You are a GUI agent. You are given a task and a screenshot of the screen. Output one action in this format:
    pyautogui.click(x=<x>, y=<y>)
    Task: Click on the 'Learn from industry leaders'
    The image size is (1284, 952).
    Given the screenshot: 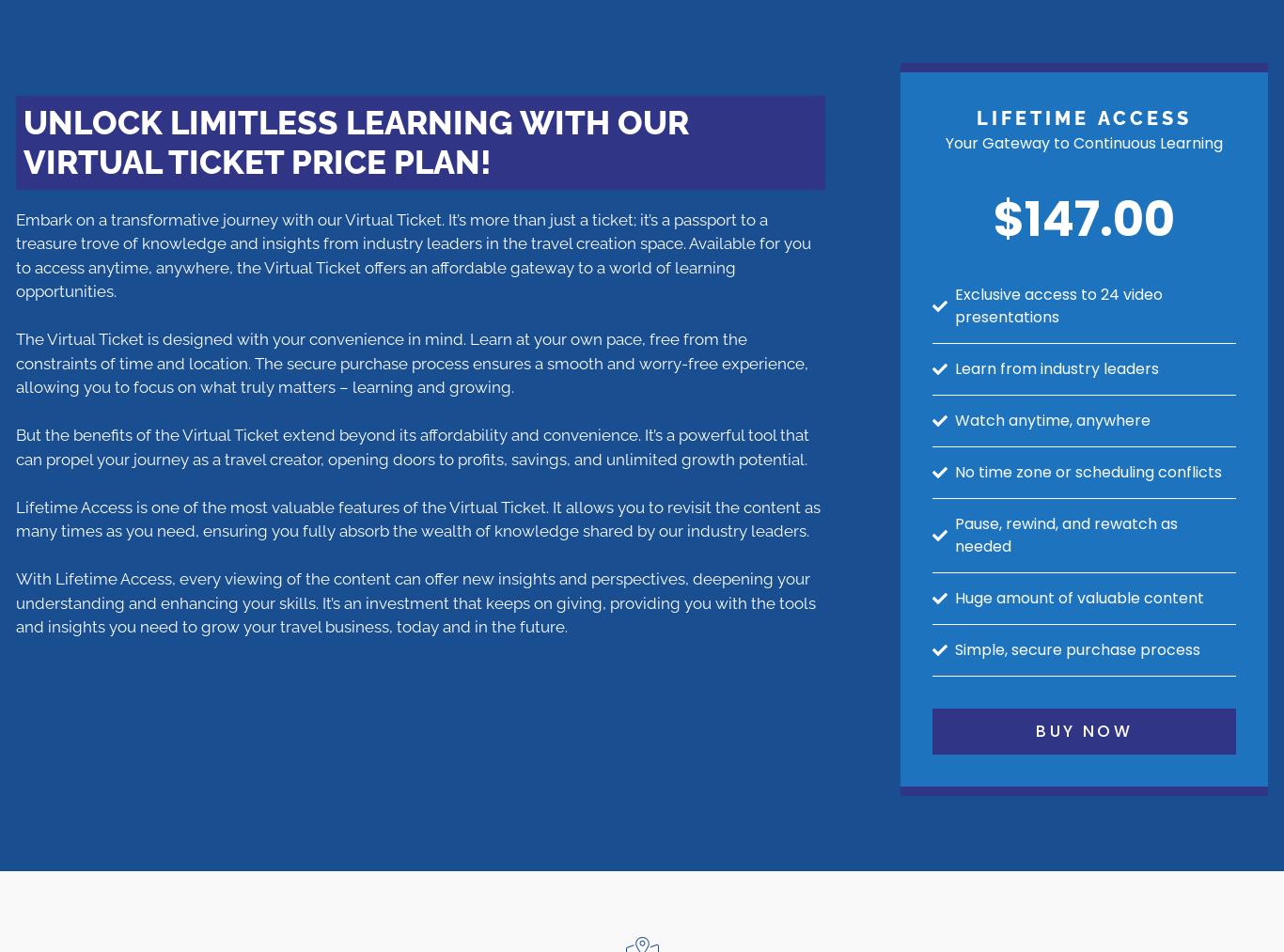 What is the action you would take?
    pyautogui.click(x=955, y=367)
    